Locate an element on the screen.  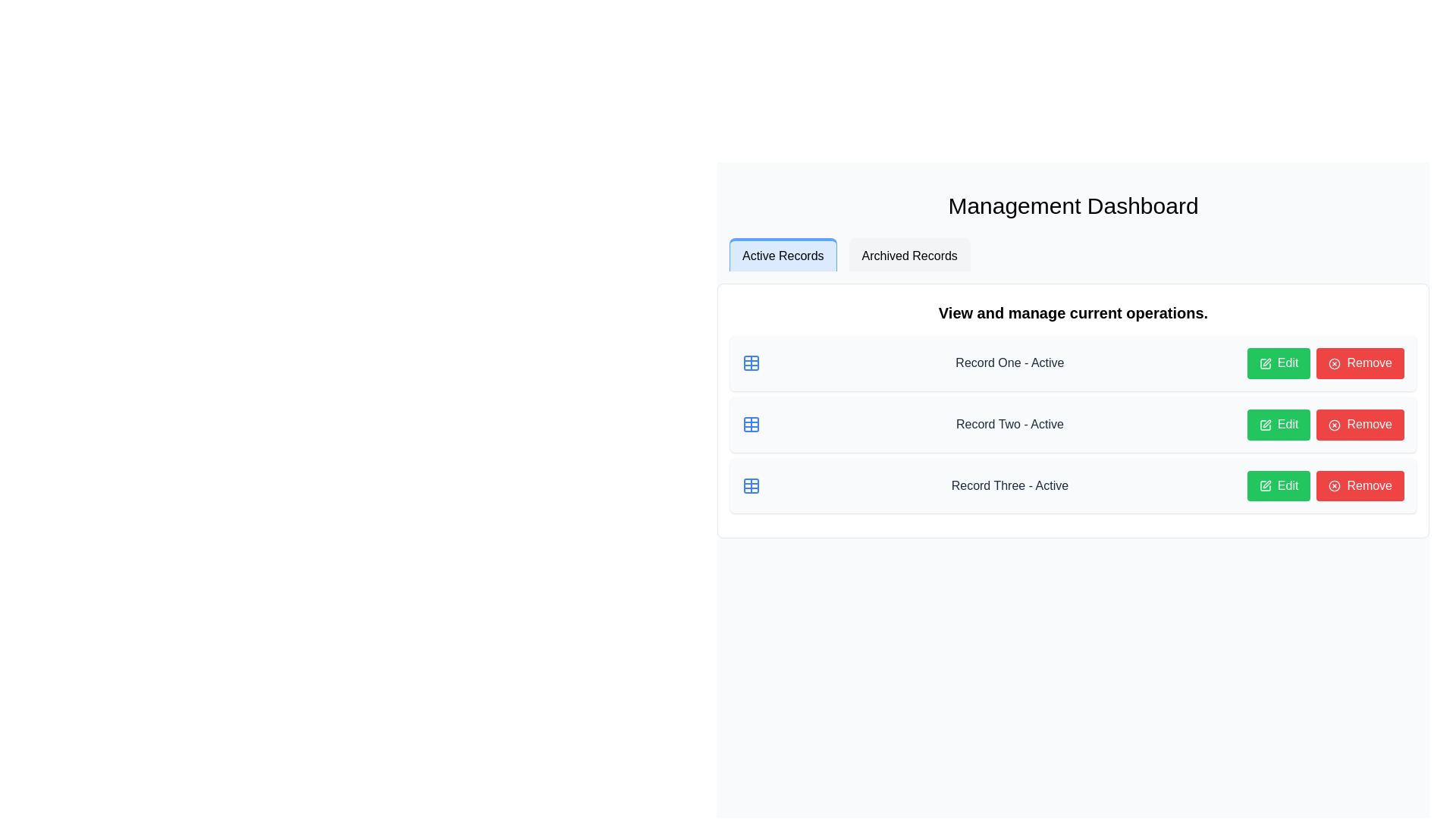
the Navigation Tab for Active Records is located at coordinates (783, 253).